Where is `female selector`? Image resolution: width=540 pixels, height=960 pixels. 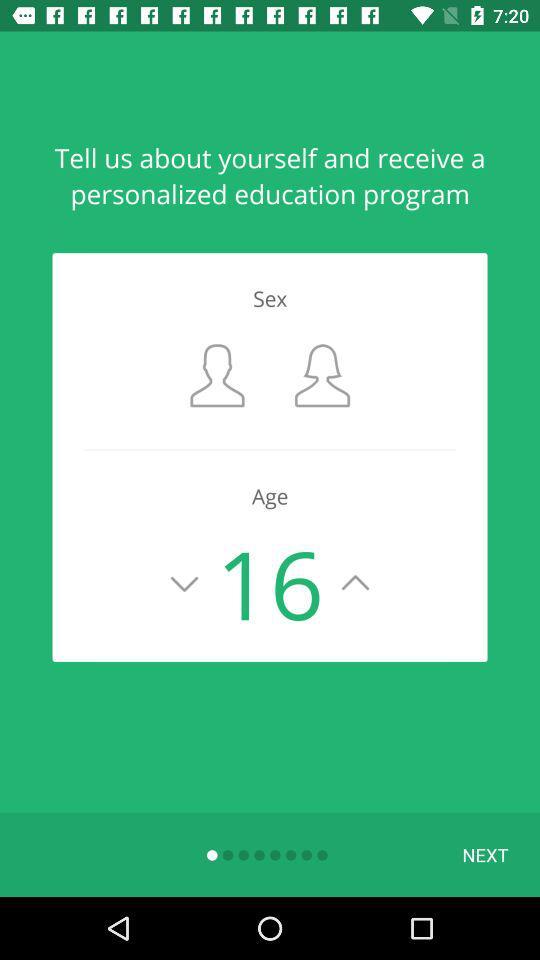
female selector is located at coordinates (322, 374).